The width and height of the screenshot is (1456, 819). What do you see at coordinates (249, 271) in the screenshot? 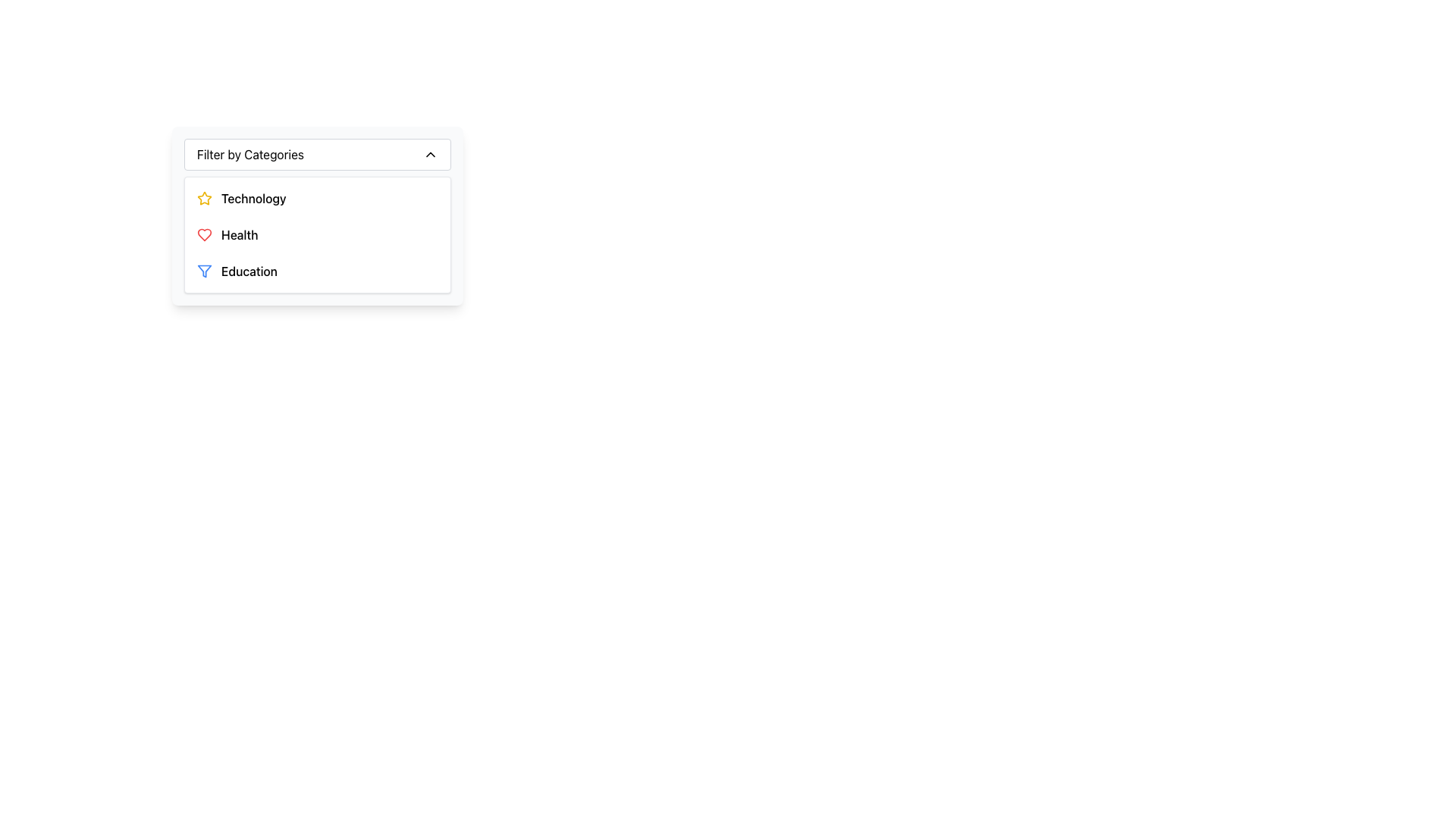
I see `the 'Education' label, which is the third entry in the dropdown list under 'Filter by Categories'` at bounding box center [249, 271].